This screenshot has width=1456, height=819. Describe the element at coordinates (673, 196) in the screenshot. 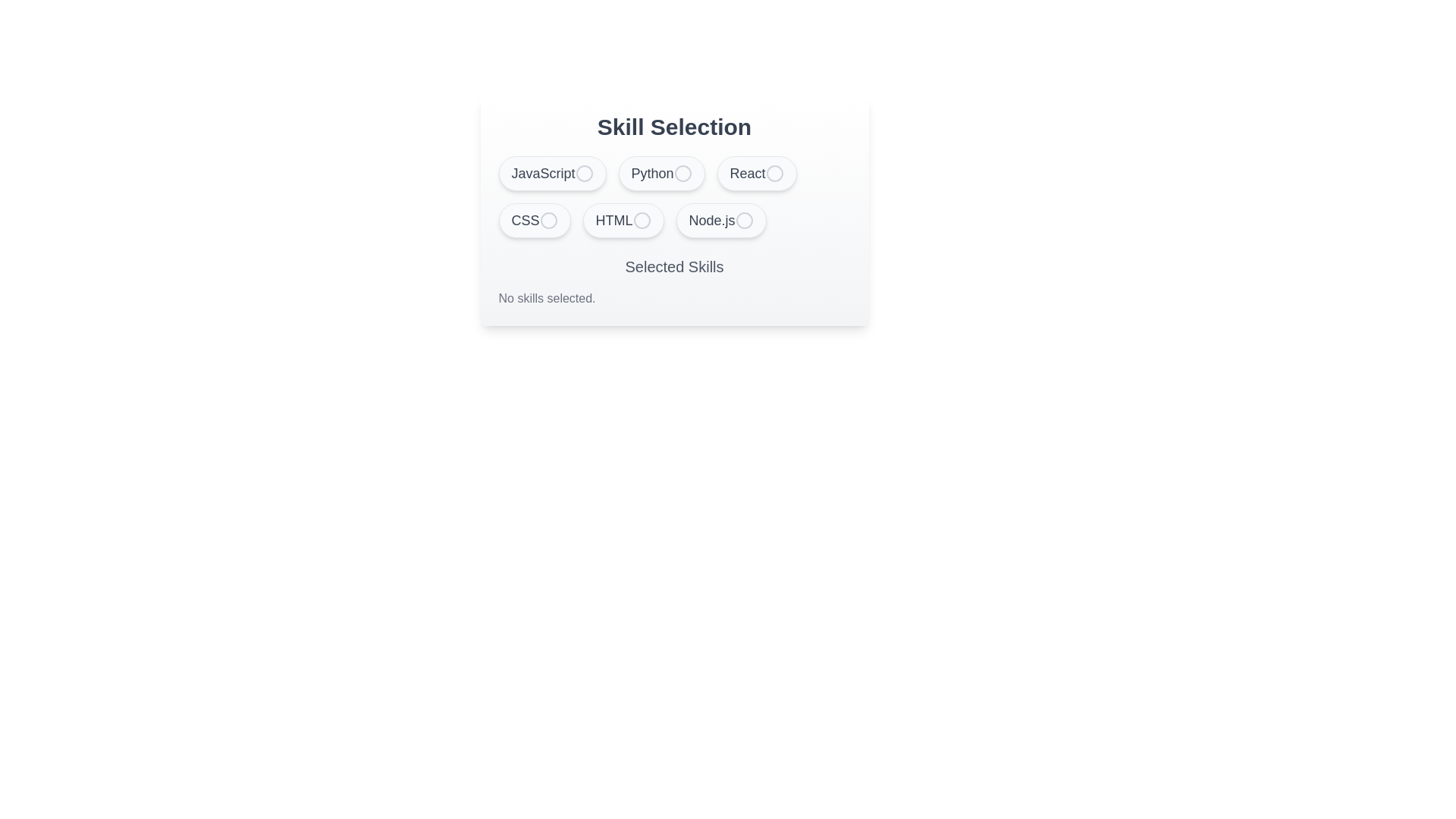

I see `the selectable tags for programming languages located below the title 'Skill Selection'` at that location.